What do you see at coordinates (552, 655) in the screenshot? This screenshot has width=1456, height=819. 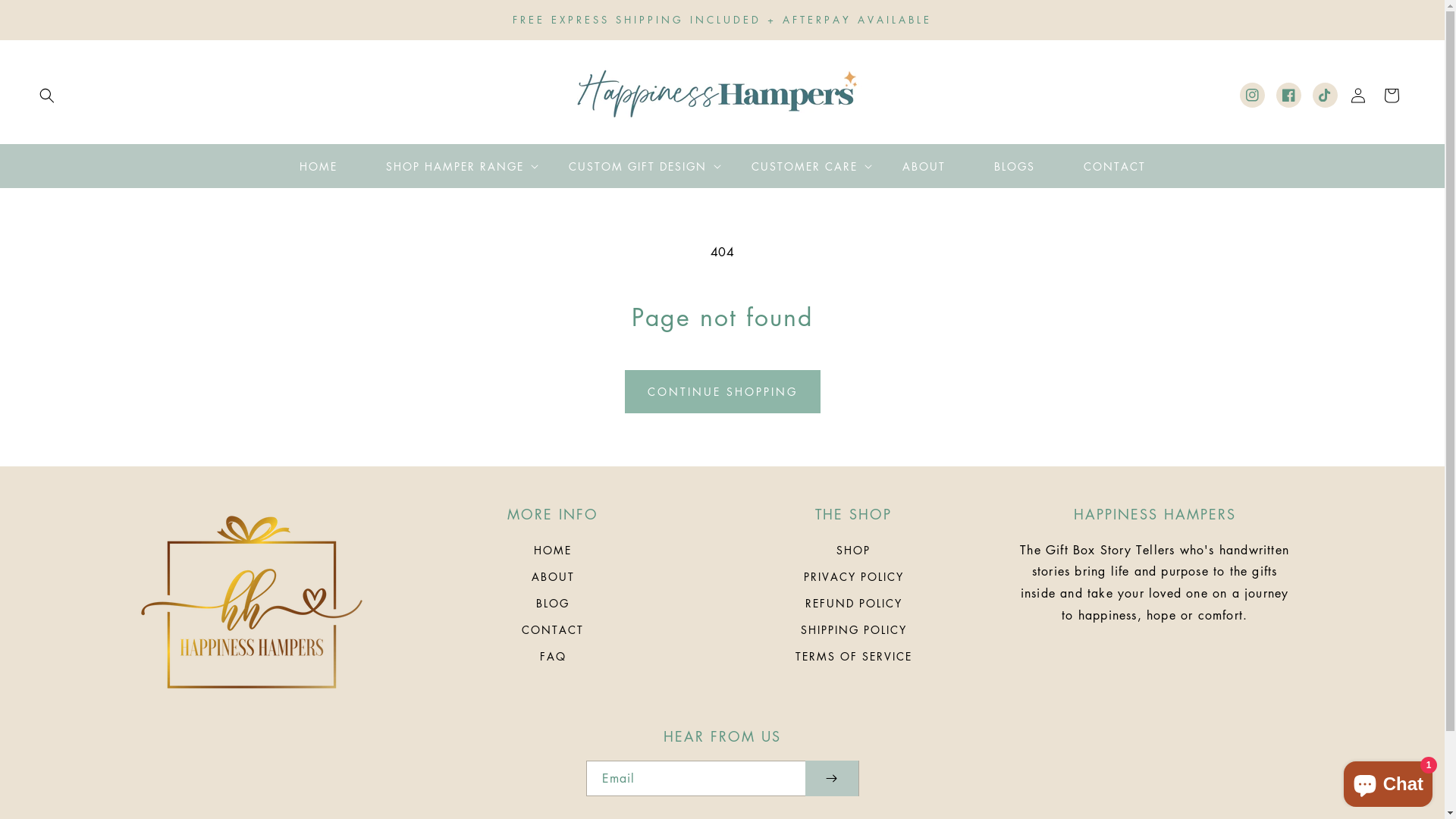 I see `'FAQ'` at bounding box center [552, 655].